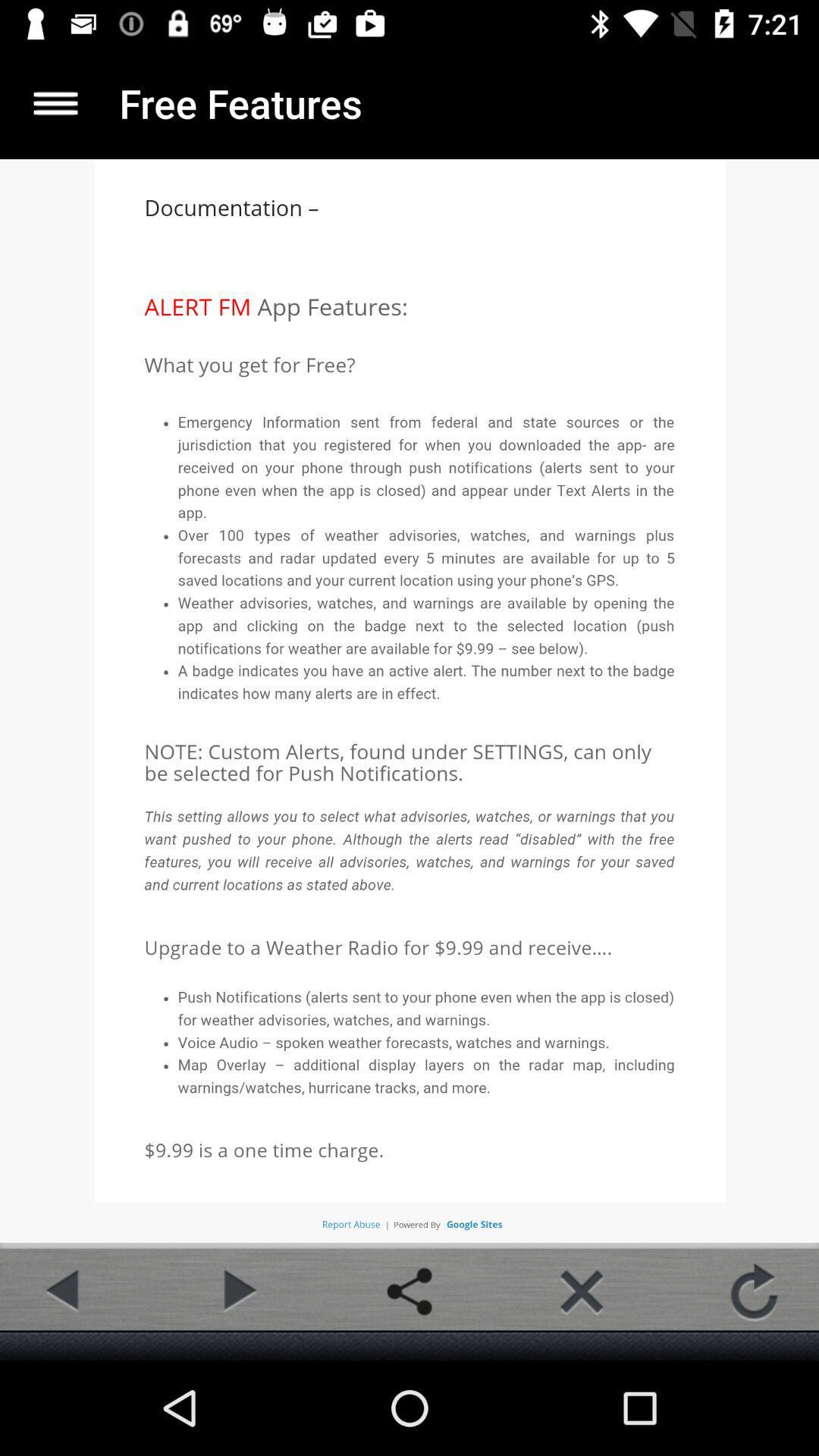 This screenshot has width=819, height=1456. What do you see at coordinates (237, 1291) in the screenshot?
I see `next` at bounding box center [237, 1291].